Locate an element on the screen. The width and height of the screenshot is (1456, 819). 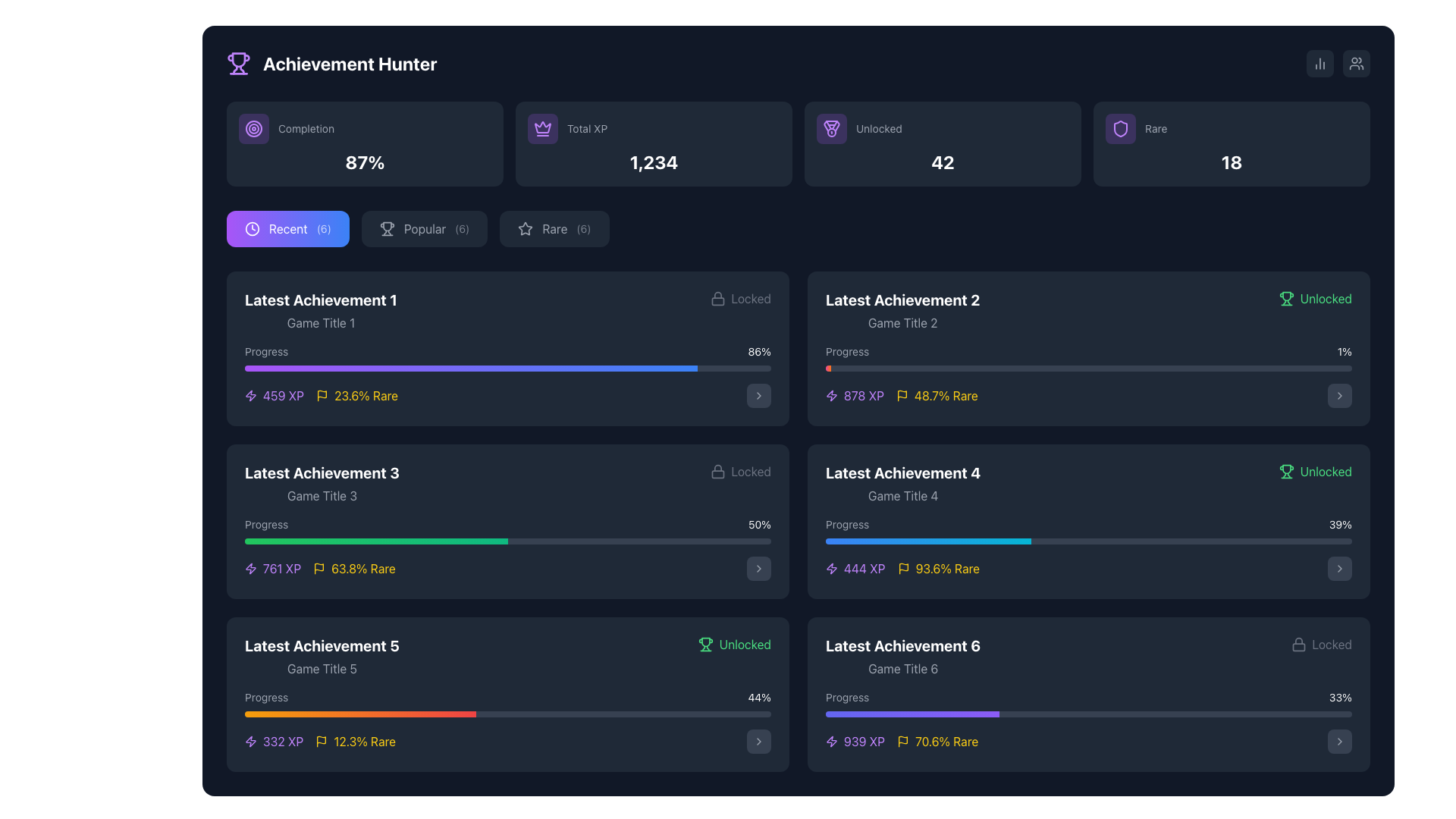
the progress bar of the 'Latest Achievement 5' section is located at coordinates (508, 721).